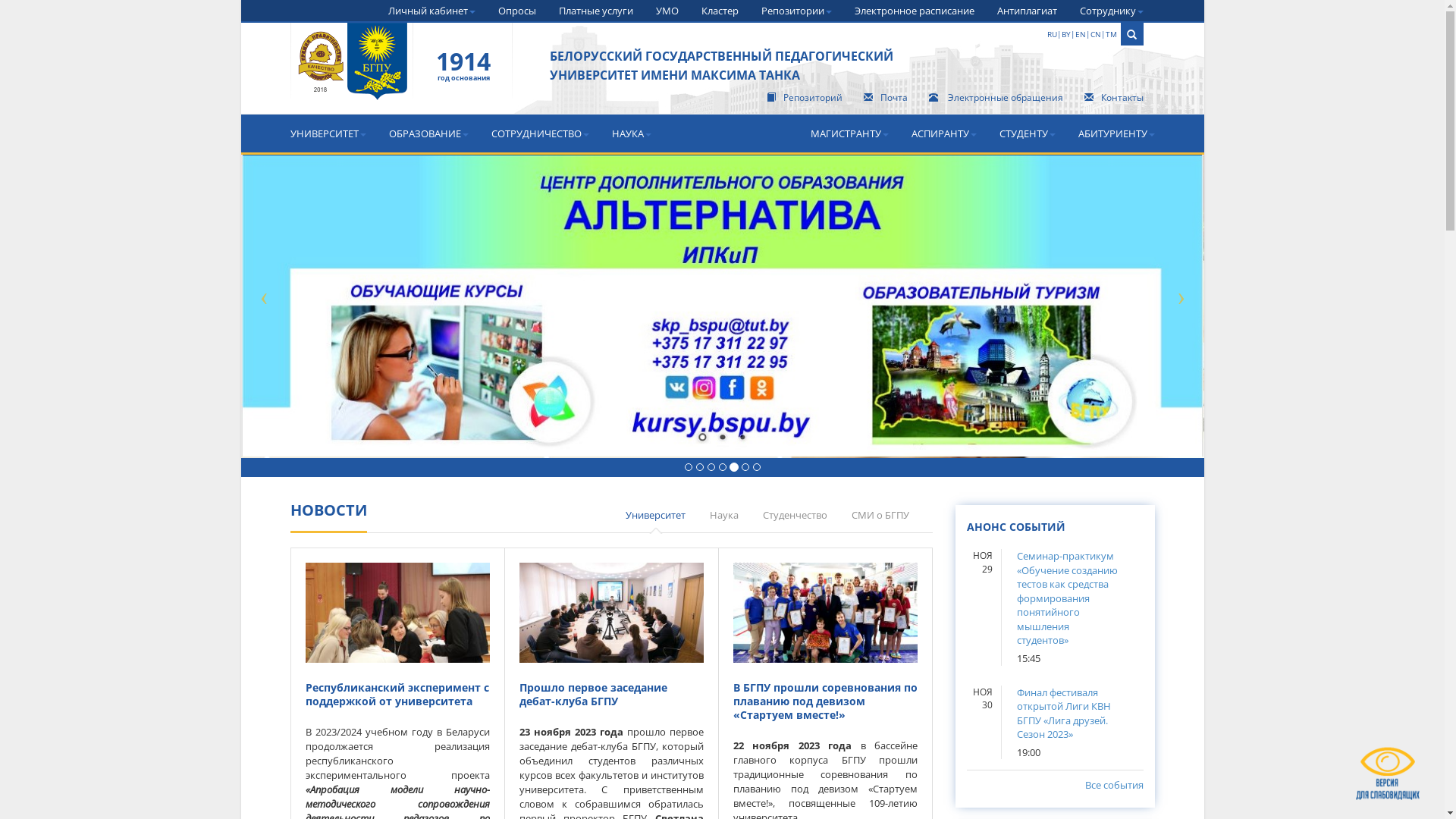 The height and width of the screenshot is (819, 1456). I want to click on 'TM', so click(1111, 34).